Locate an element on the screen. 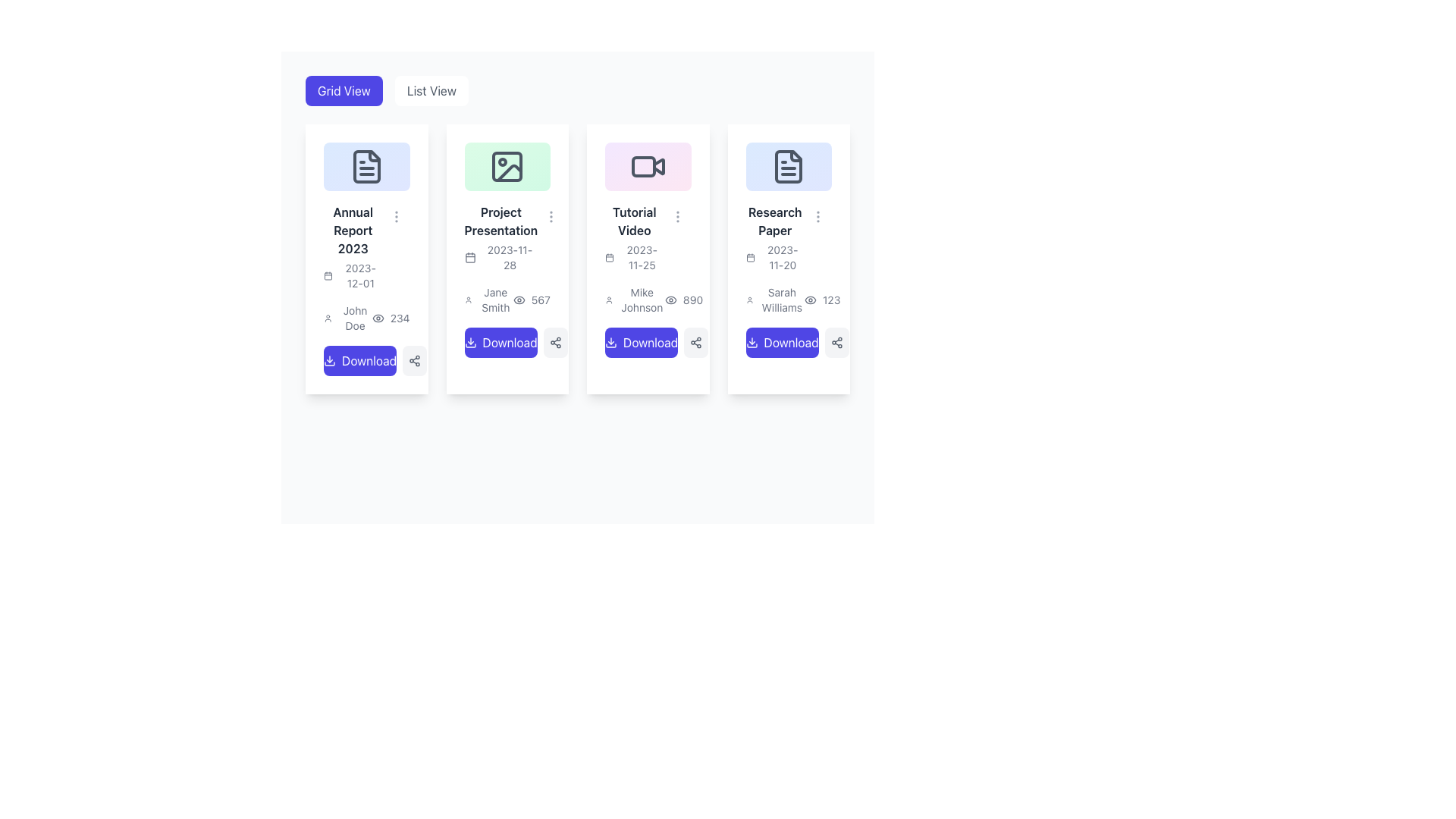 The image size is (1456, 819). the icon representing tutorial video content located at the top center of the 'Tutorial Video' card, which is the third card in a row of four cards is located at coordinates (648, 166).